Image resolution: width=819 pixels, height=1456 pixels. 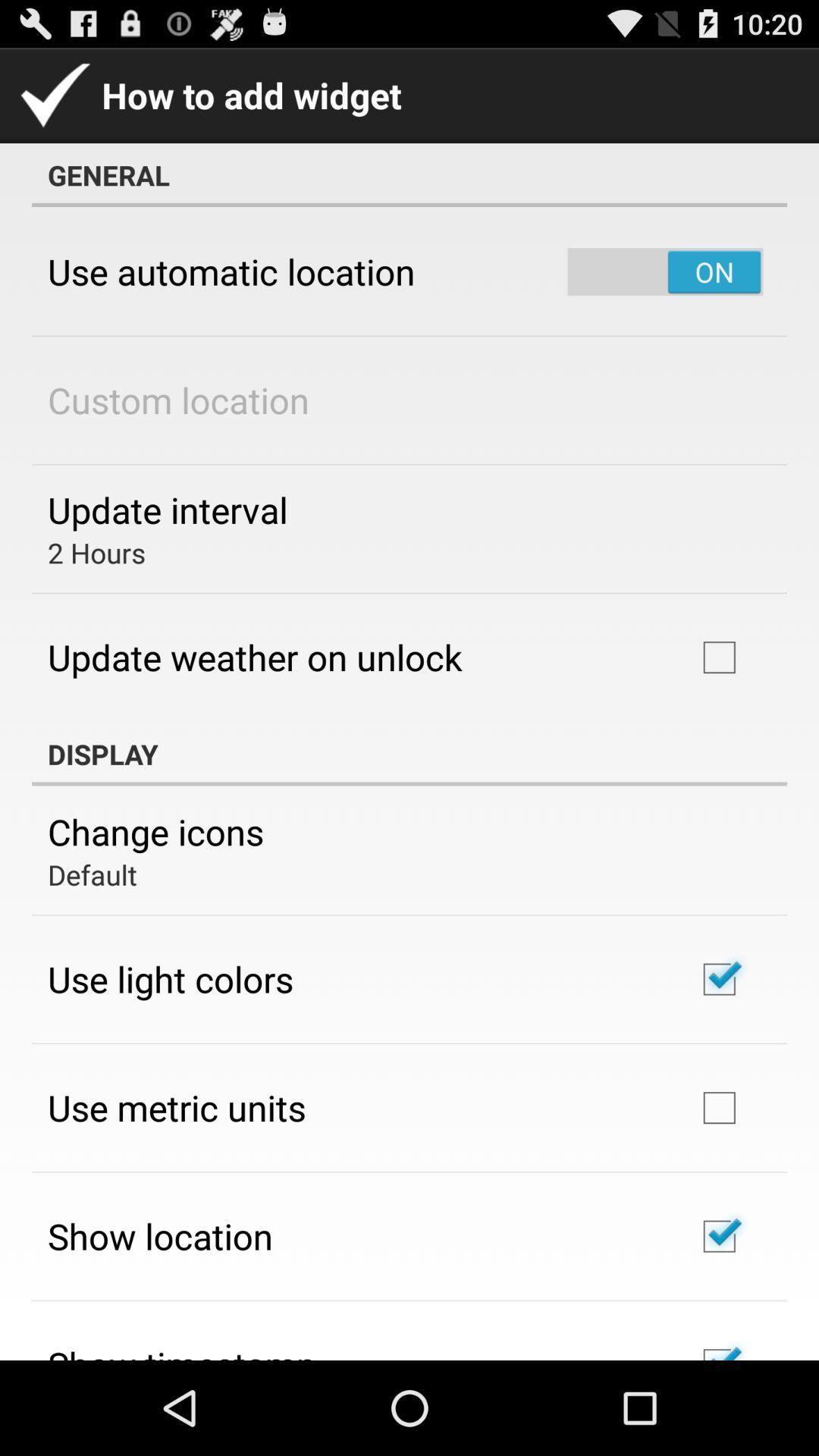 What do you see at coordinates (96, 552) in the screenshot?
I see `2 hours item` at bounding box center [96, 552].